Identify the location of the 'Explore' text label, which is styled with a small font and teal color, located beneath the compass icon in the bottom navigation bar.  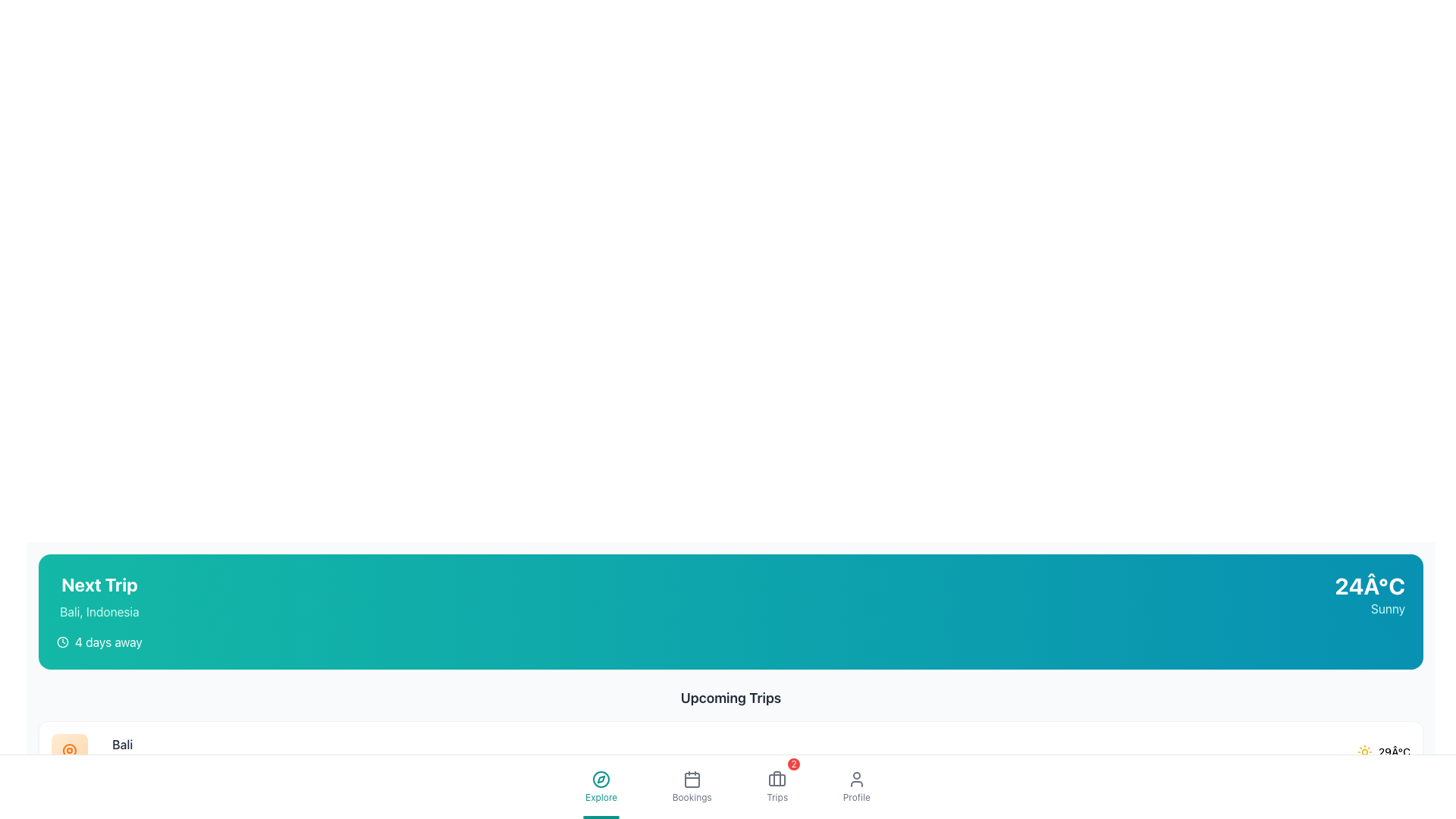
(601, 797).